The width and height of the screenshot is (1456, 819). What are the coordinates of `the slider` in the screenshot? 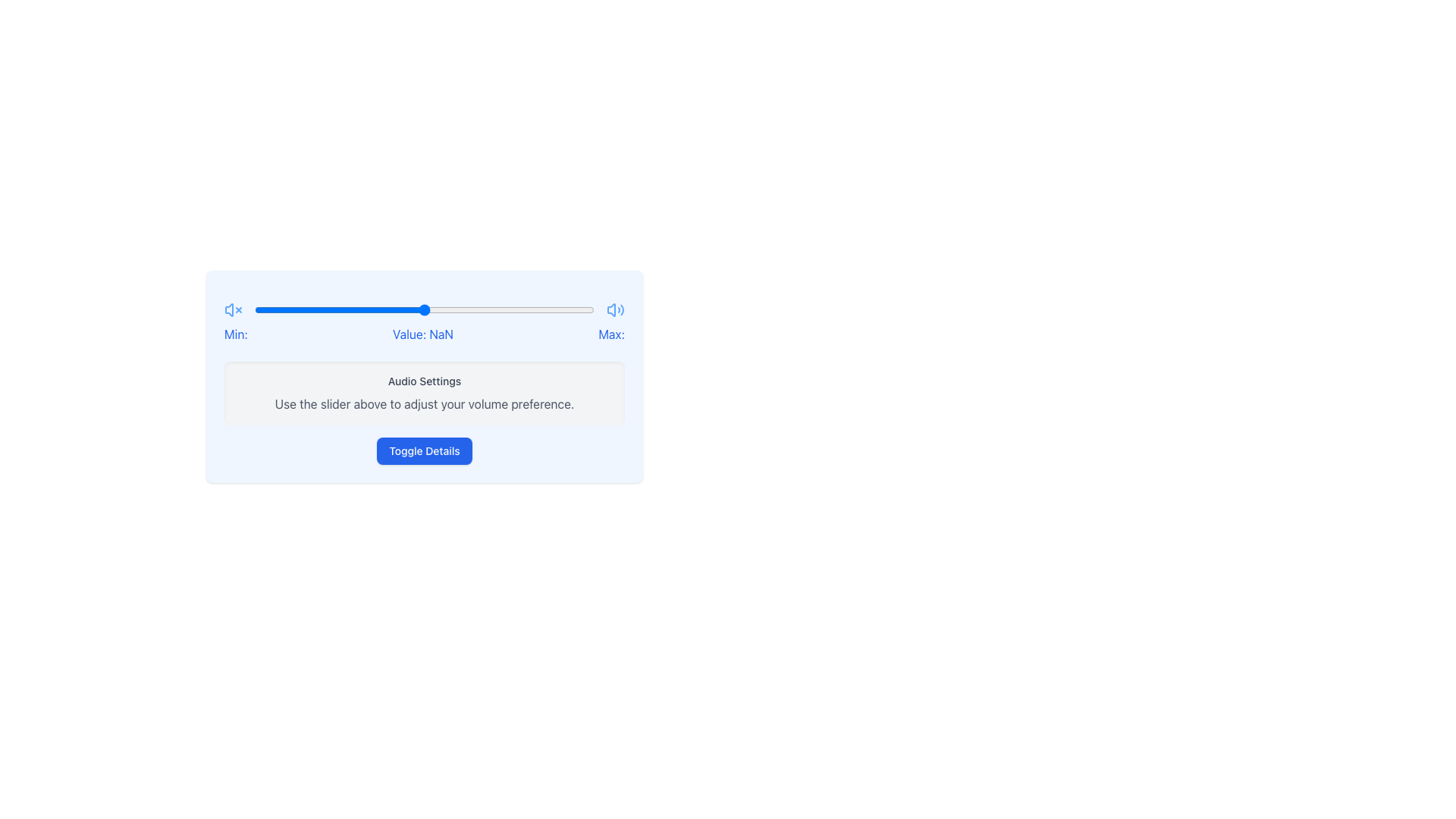 It's located at (418, 309).